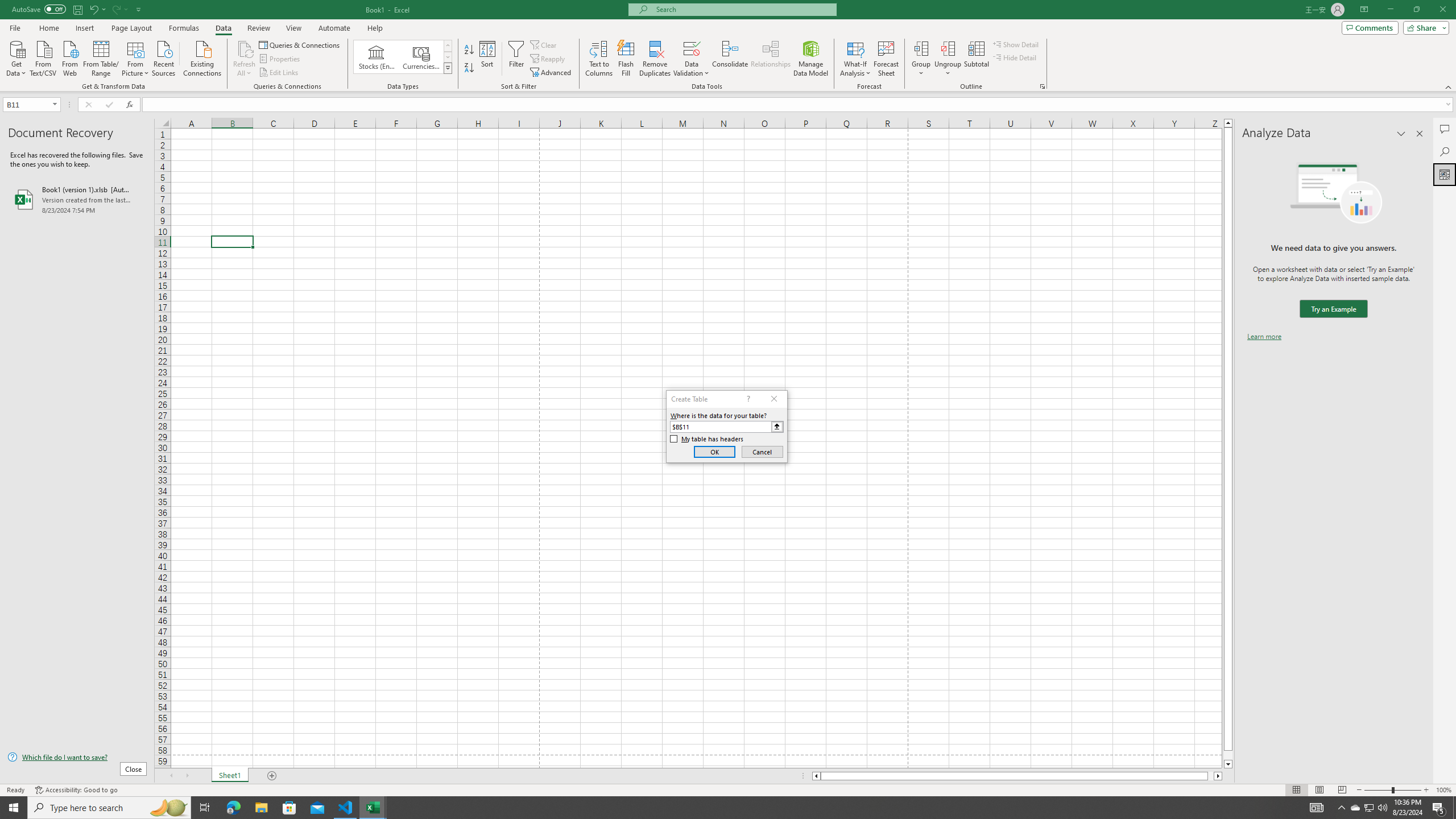 This screenshot has width=1456, height=819. What do you see at coordinates (469, 49) in the screenshot?
I see `'Sort A to Z'` at bounding box center [469, 49].